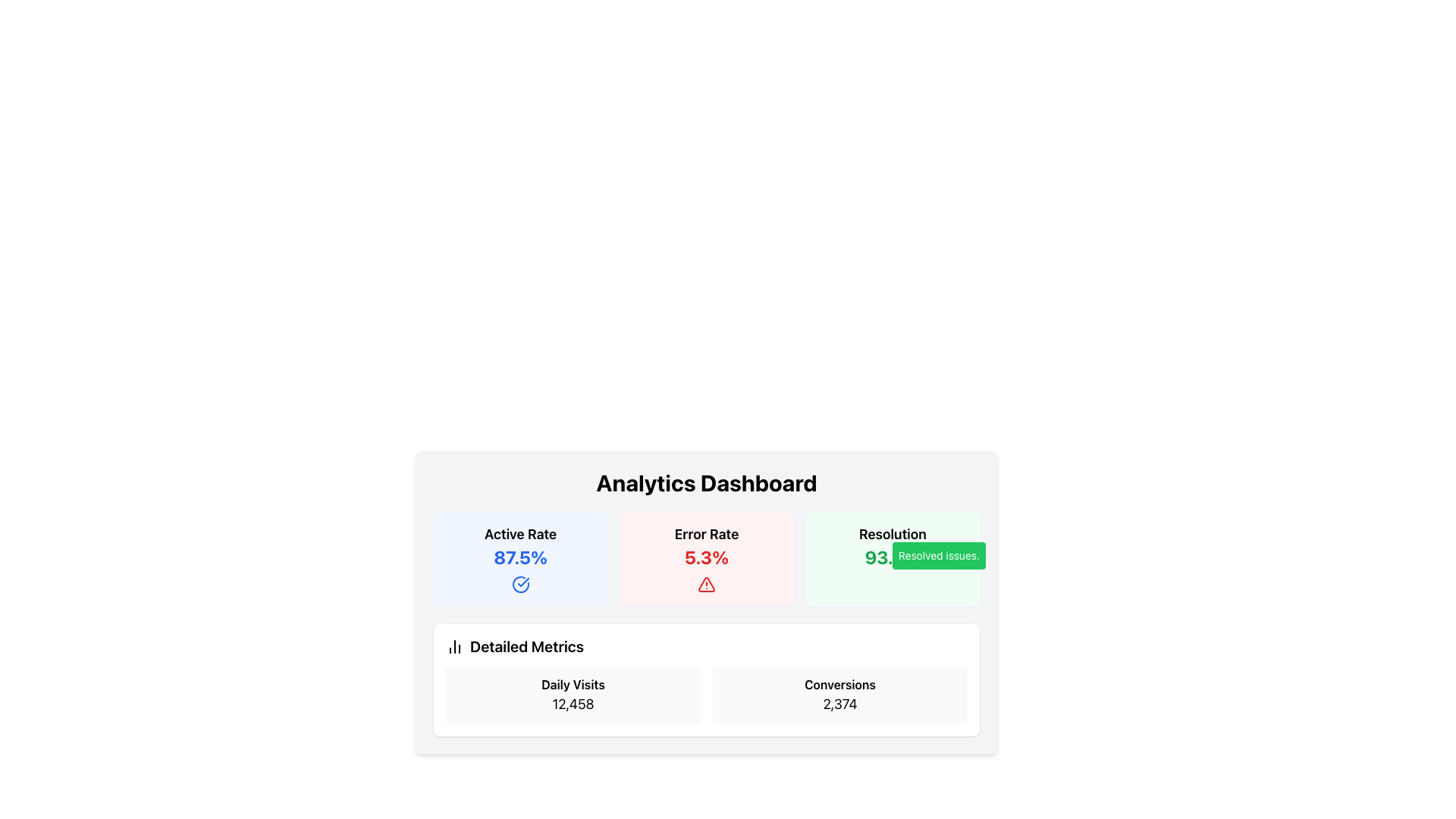 Image resolution: width=1456 pixels, height=819 pixels. I want to click on the green badge labeled 'Resolved issues.' in the Information Card element, so click(893, 558).